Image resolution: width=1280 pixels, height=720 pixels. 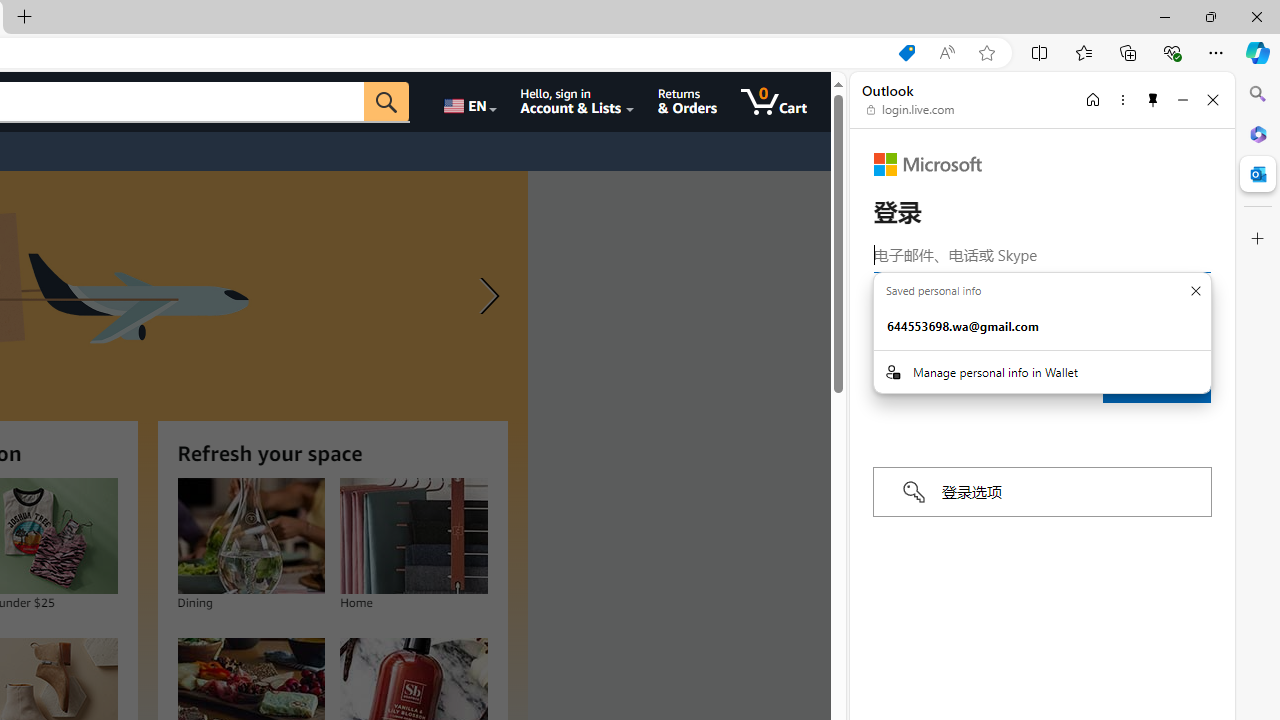 What do you see at coordinates (386, 101) in the screenshot?
I see `'Go'` at bounding box center [386, 101].